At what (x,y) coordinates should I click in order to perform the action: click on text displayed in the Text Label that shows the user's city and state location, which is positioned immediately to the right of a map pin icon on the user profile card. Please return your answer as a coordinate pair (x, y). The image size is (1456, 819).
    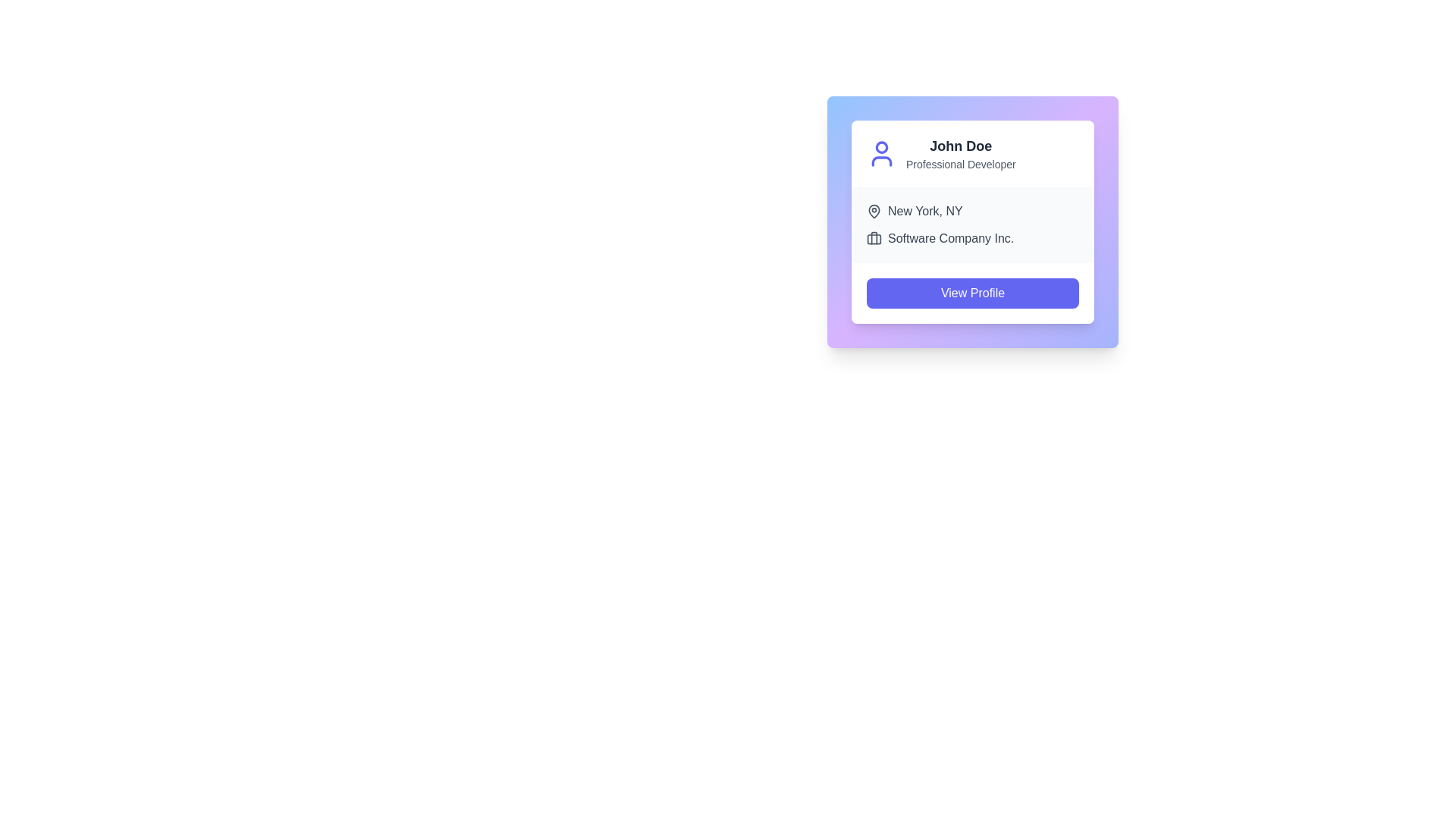
    Looking at the image, I should click on (924, 211).